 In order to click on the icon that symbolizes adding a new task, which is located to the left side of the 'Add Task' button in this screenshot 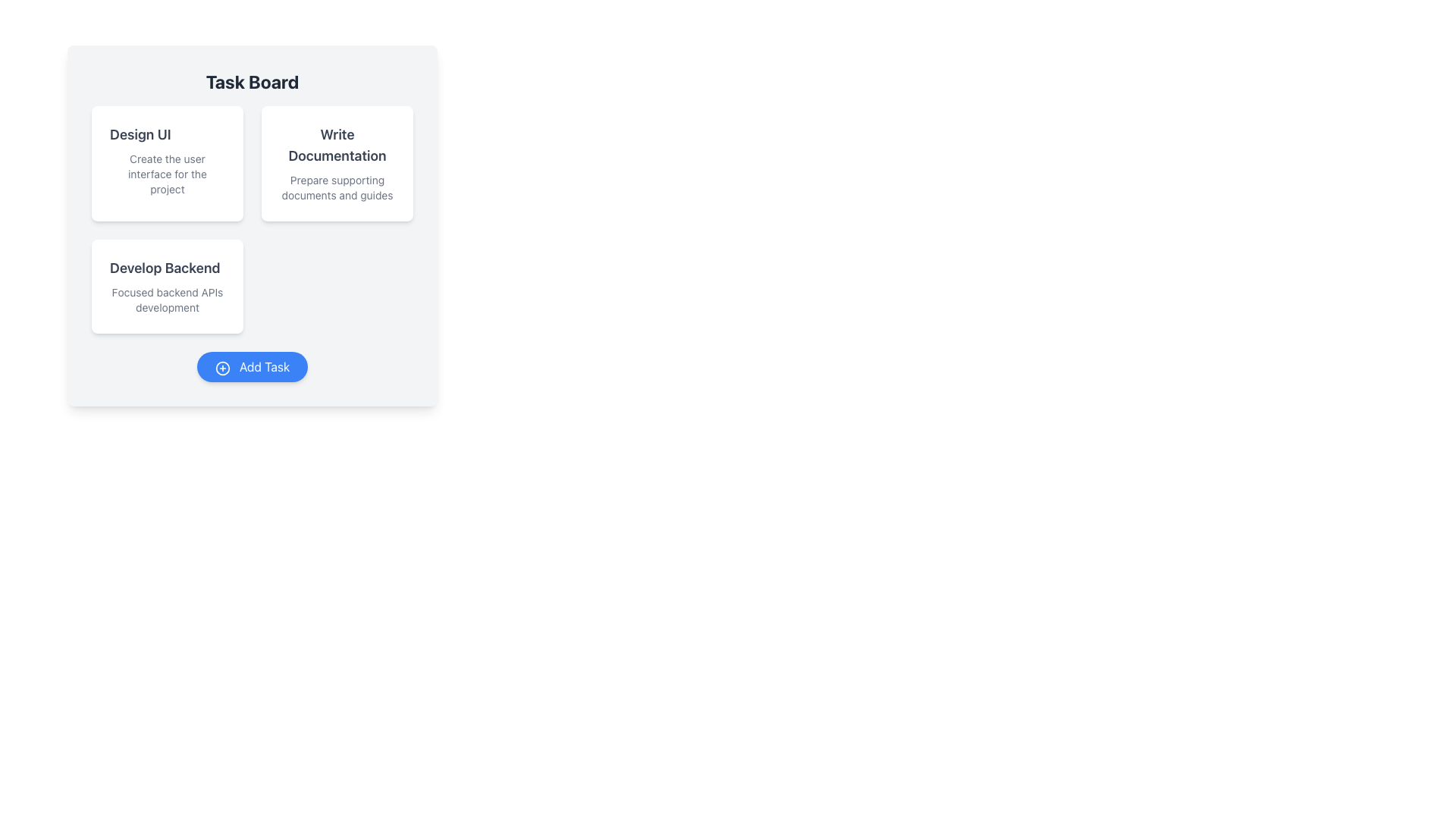, I will do `click(221, 368)`.